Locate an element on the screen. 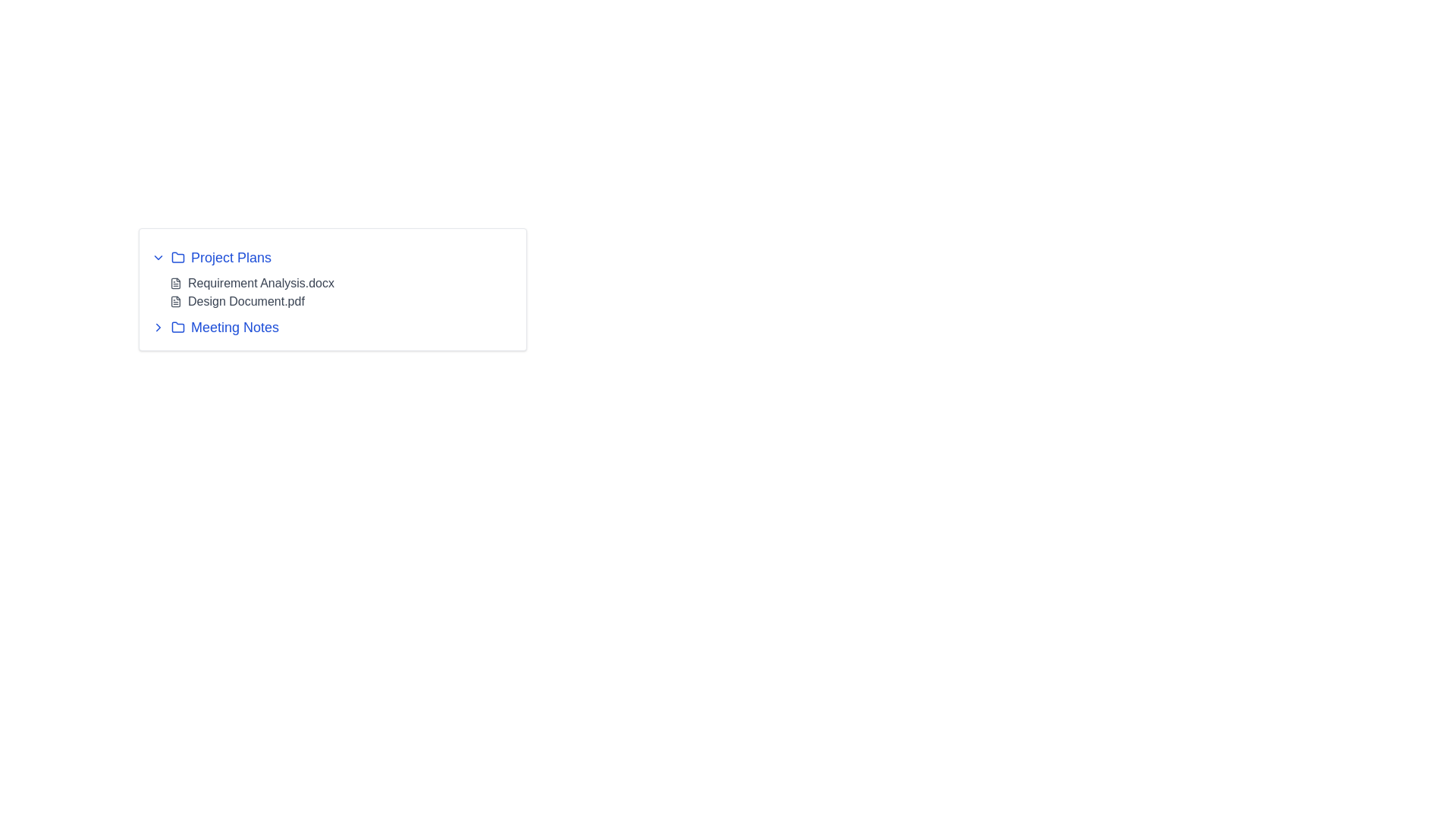 This screenshot has height=819, width=1456. the item link in the dropdown menu under 'Project Plans' is located at coordinates (341, 292).